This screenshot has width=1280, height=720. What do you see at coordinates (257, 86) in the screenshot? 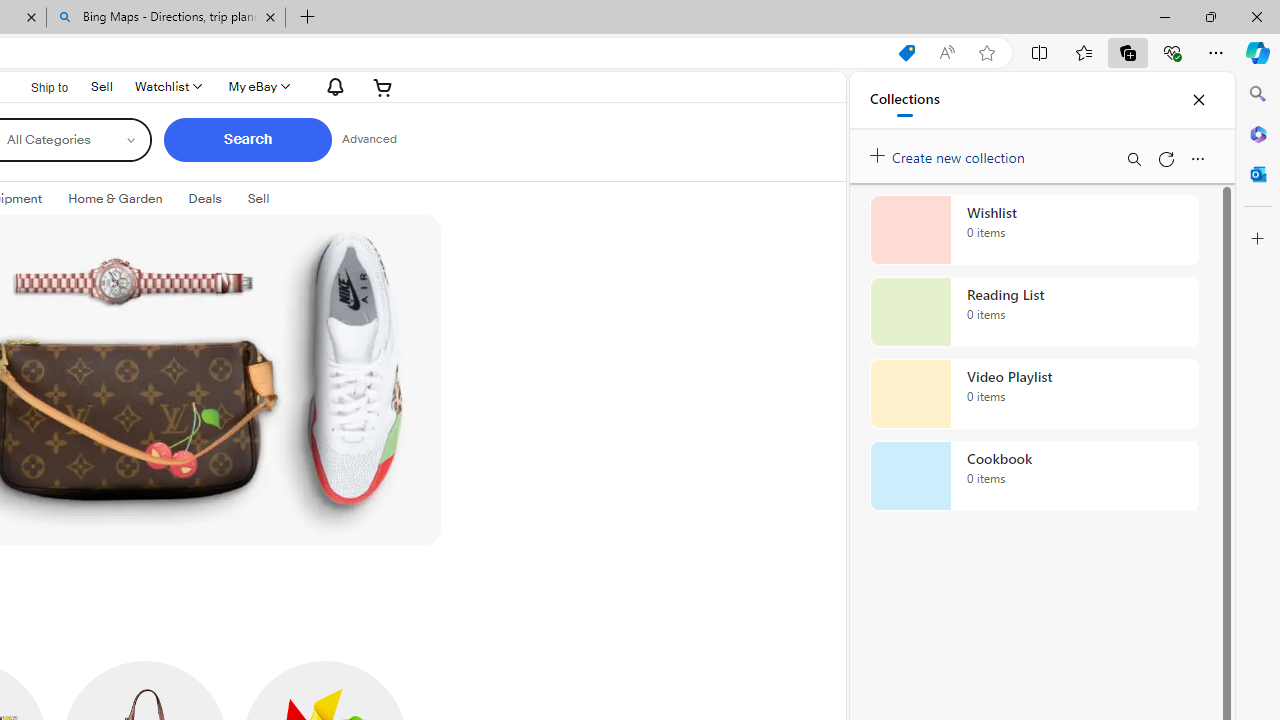
I see `'My eBay'` at bounding box center [257, 86].